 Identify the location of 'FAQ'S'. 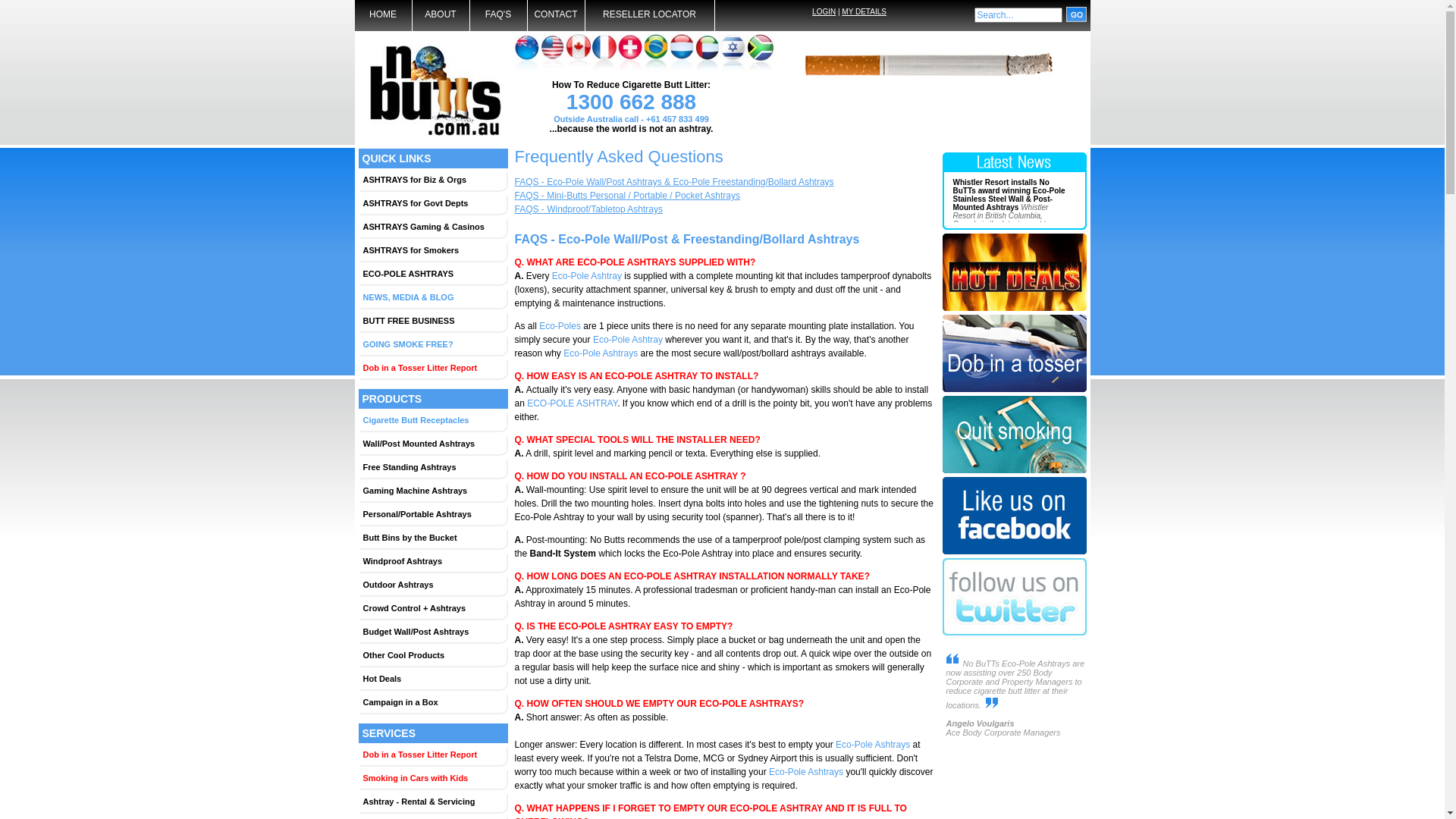
(498, 15).